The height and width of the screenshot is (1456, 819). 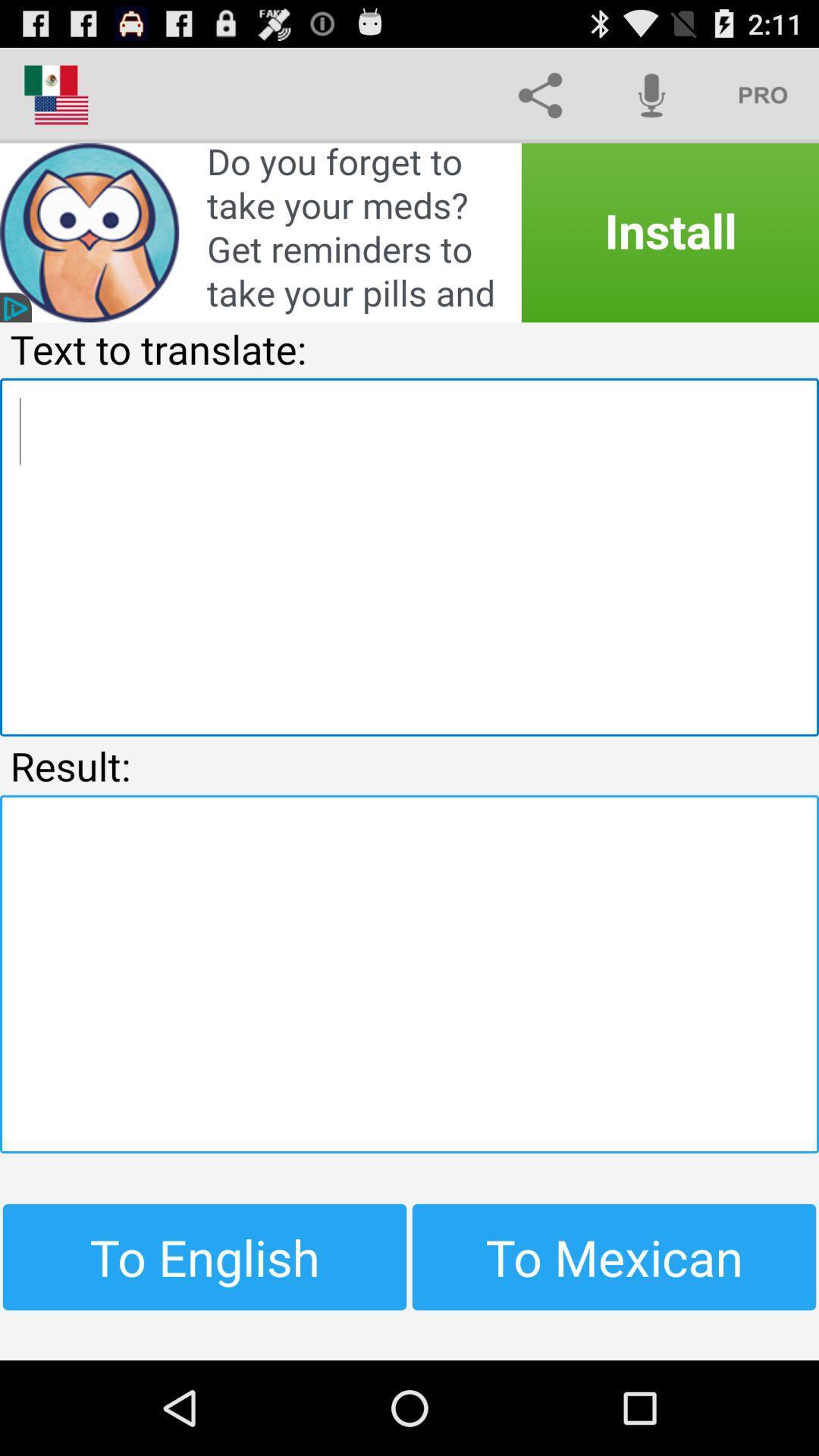 I want to click on to mexican item, so click(x=614, y=1257).